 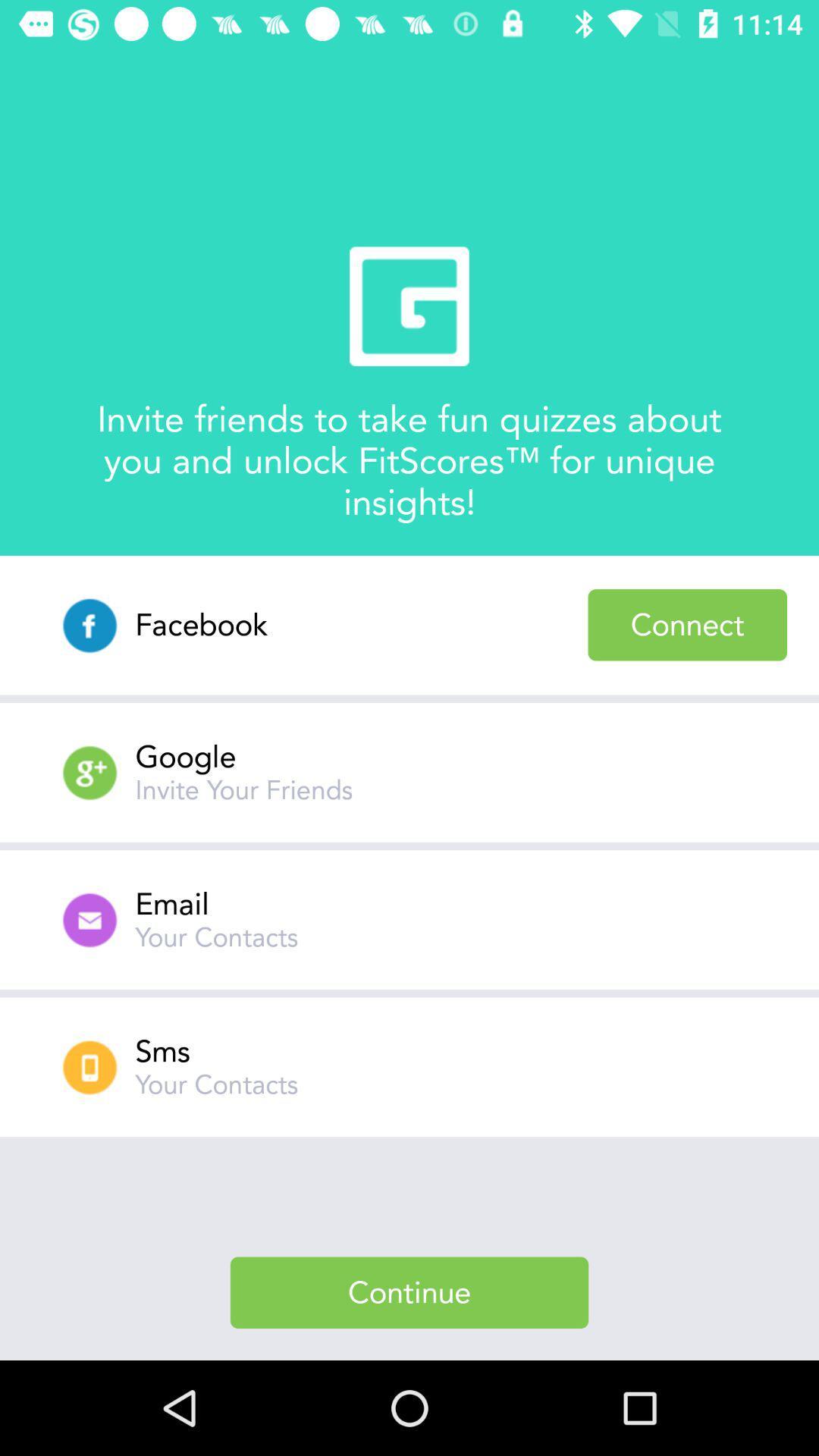 I want to click on continue item, so click(x=409, y=1291).